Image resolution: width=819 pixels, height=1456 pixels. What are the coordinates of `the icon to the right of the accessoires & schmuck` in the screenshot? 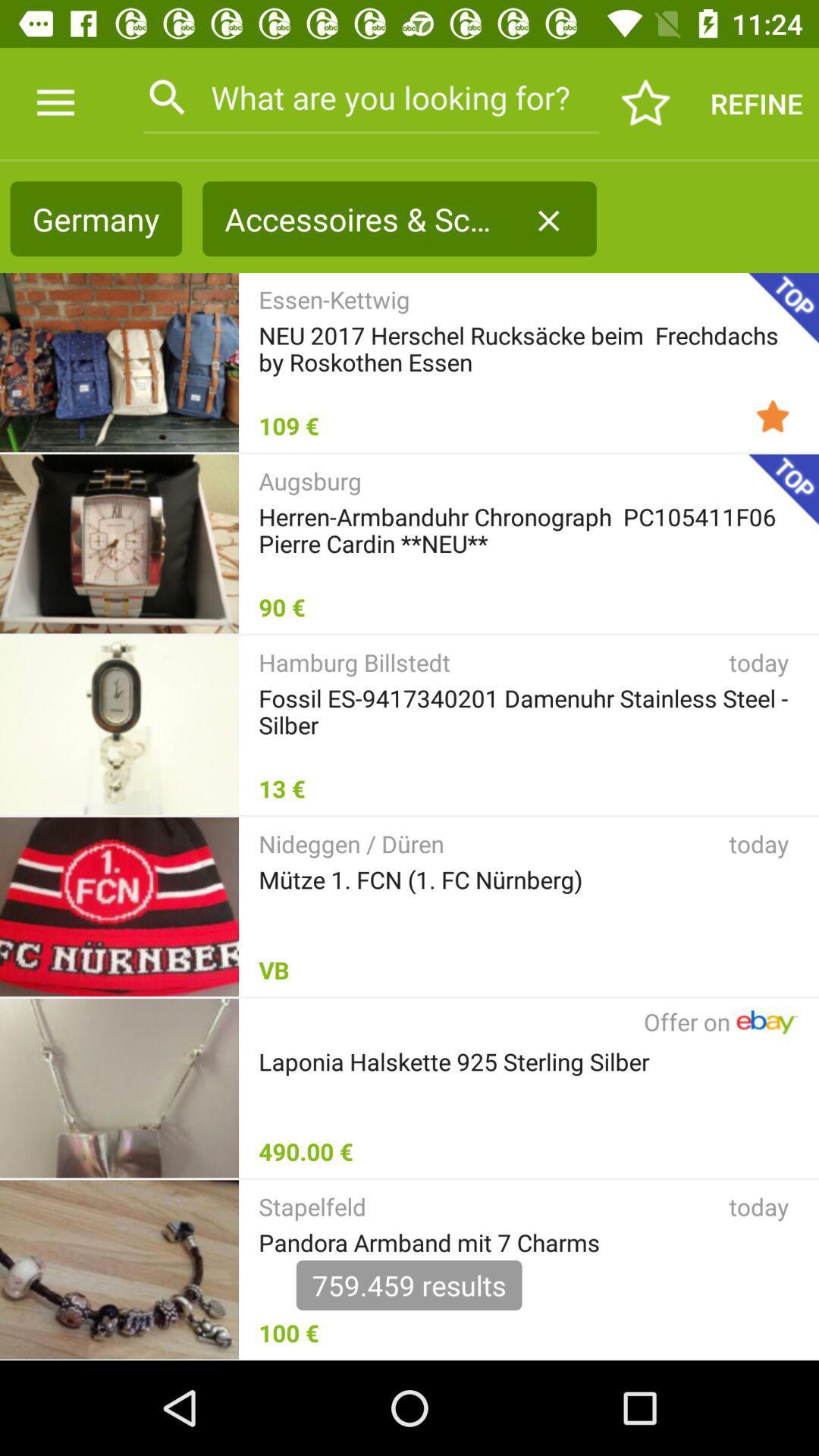 It's located at (548, 220).